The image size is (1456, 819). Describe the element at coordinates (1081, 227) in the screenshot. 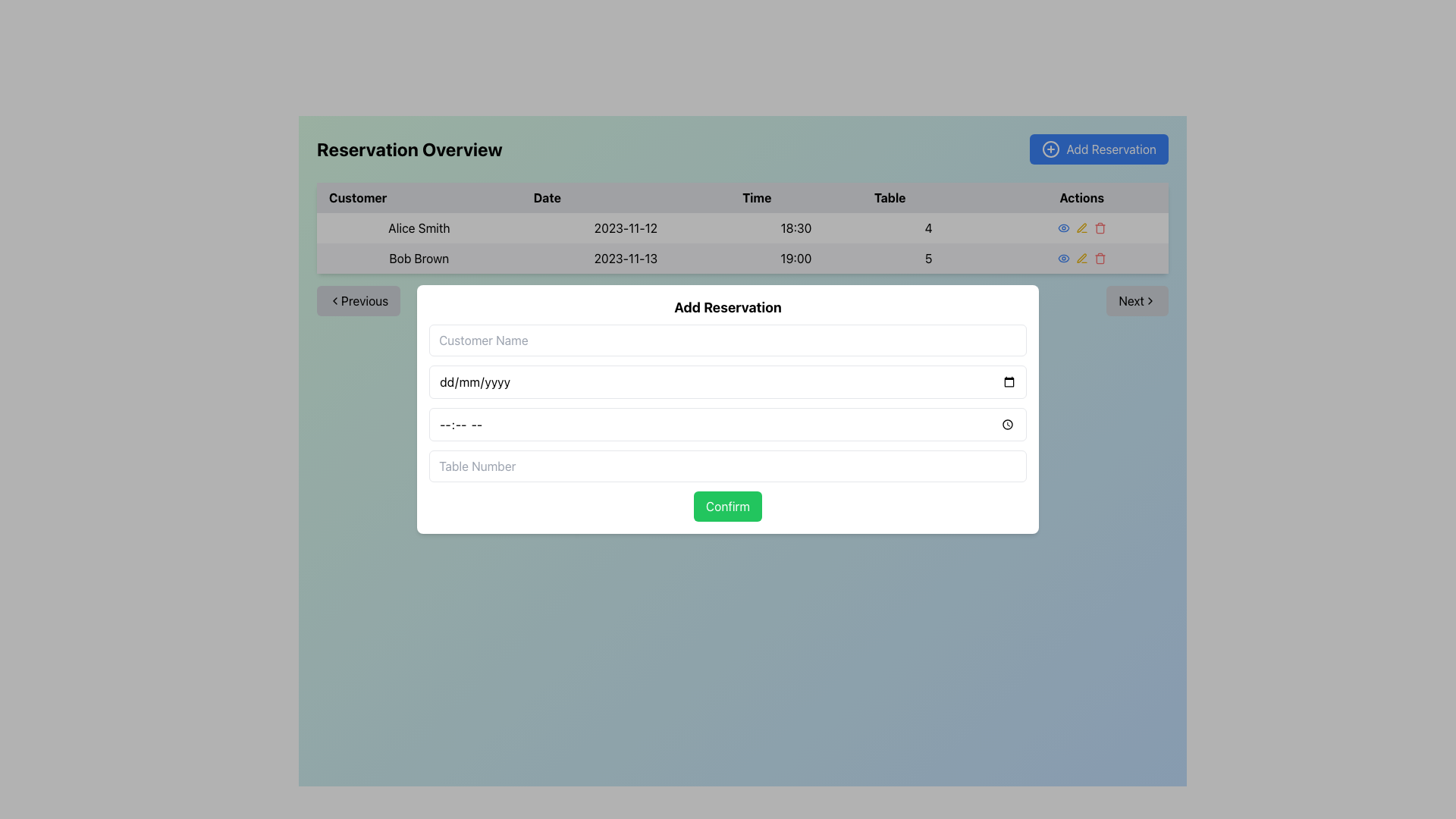

I see `the yellow pencil icon button in the actions column of the top row in the table to initiate the editing action` at that location.